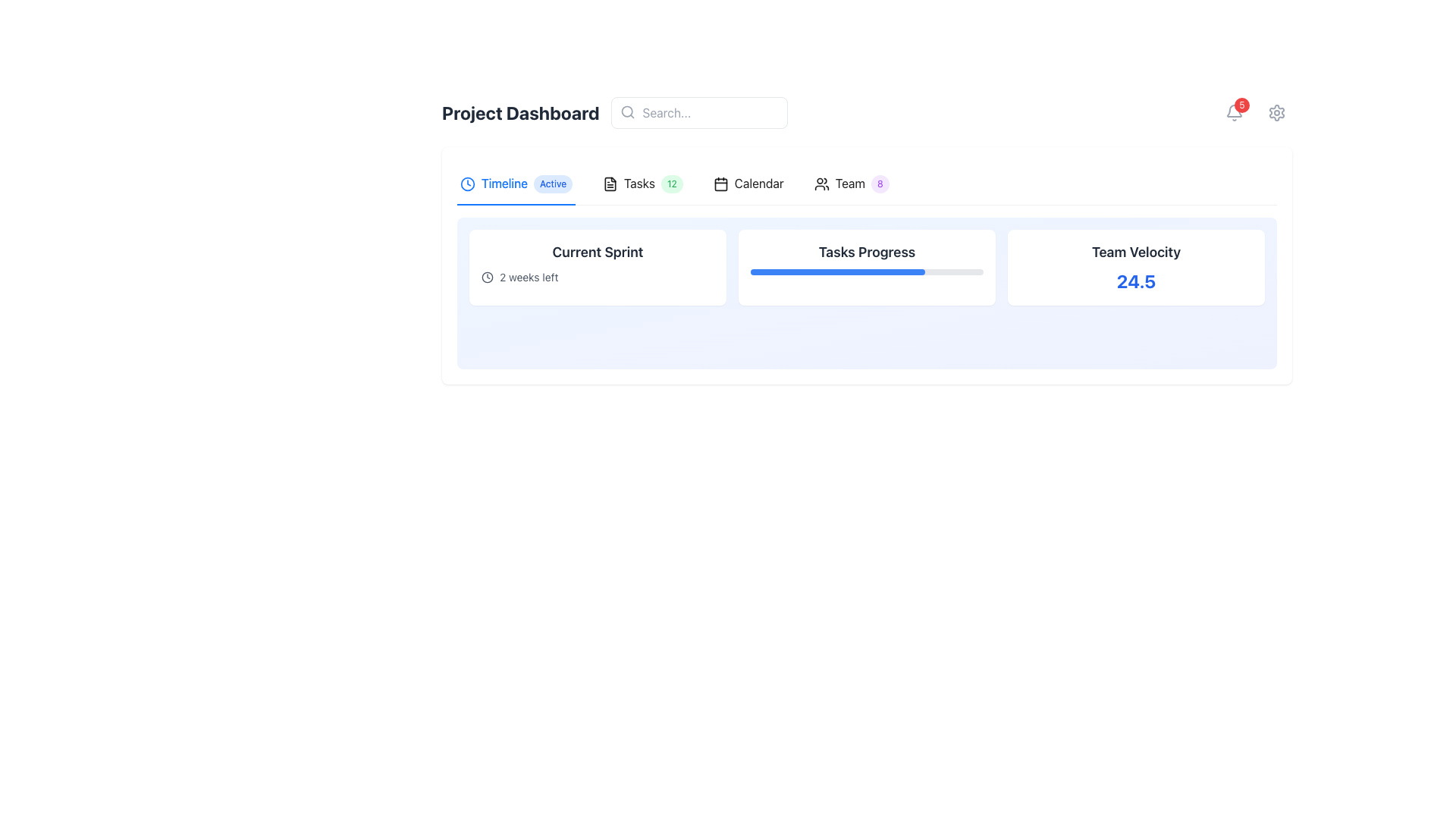 This screenshot has width=1456, height=819. Describe the element at coordinates (516, 183) in the screenshot. I see `the active Tab Button in the top-left corner of the navigation bar` at that location.